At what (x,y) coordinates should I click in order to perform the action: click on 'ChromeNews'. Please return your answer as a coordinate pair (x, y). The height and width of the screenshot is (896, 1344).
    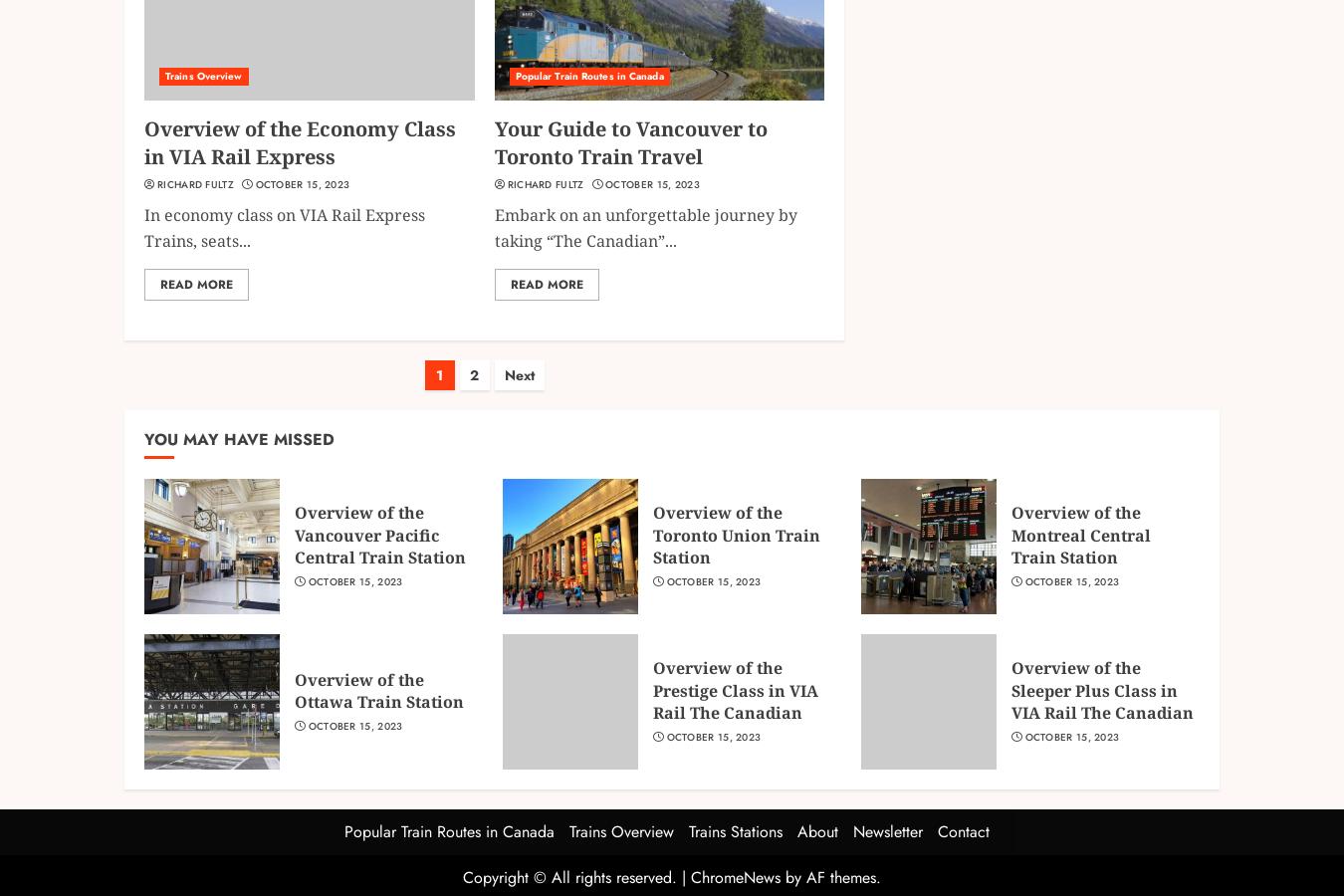
    Looking at the image, I should click on (734, 876).